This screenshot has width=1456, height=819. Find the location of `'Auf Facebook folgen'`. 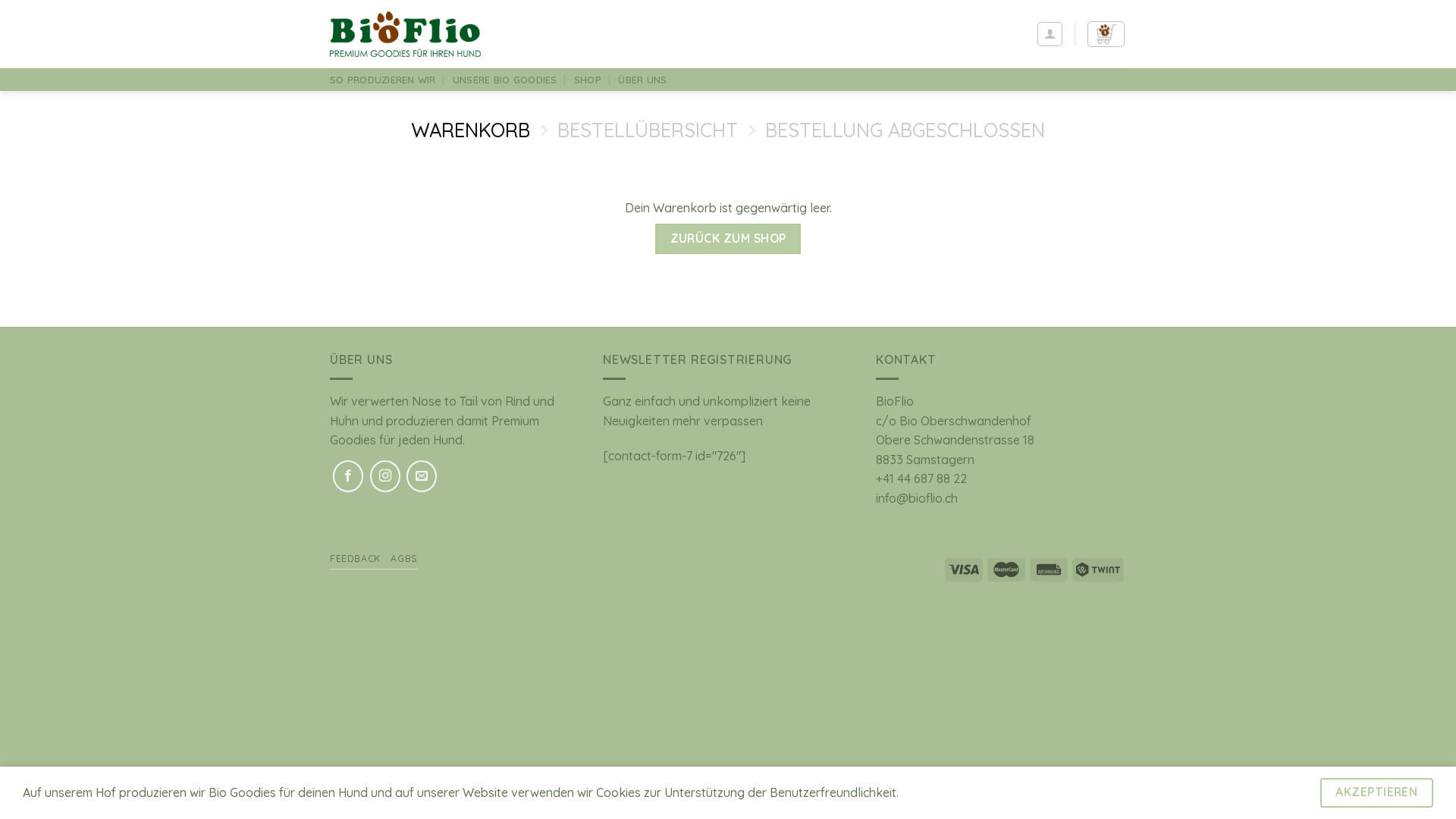

'Auf Facebook folgen' is located at coordinates (347, 475).